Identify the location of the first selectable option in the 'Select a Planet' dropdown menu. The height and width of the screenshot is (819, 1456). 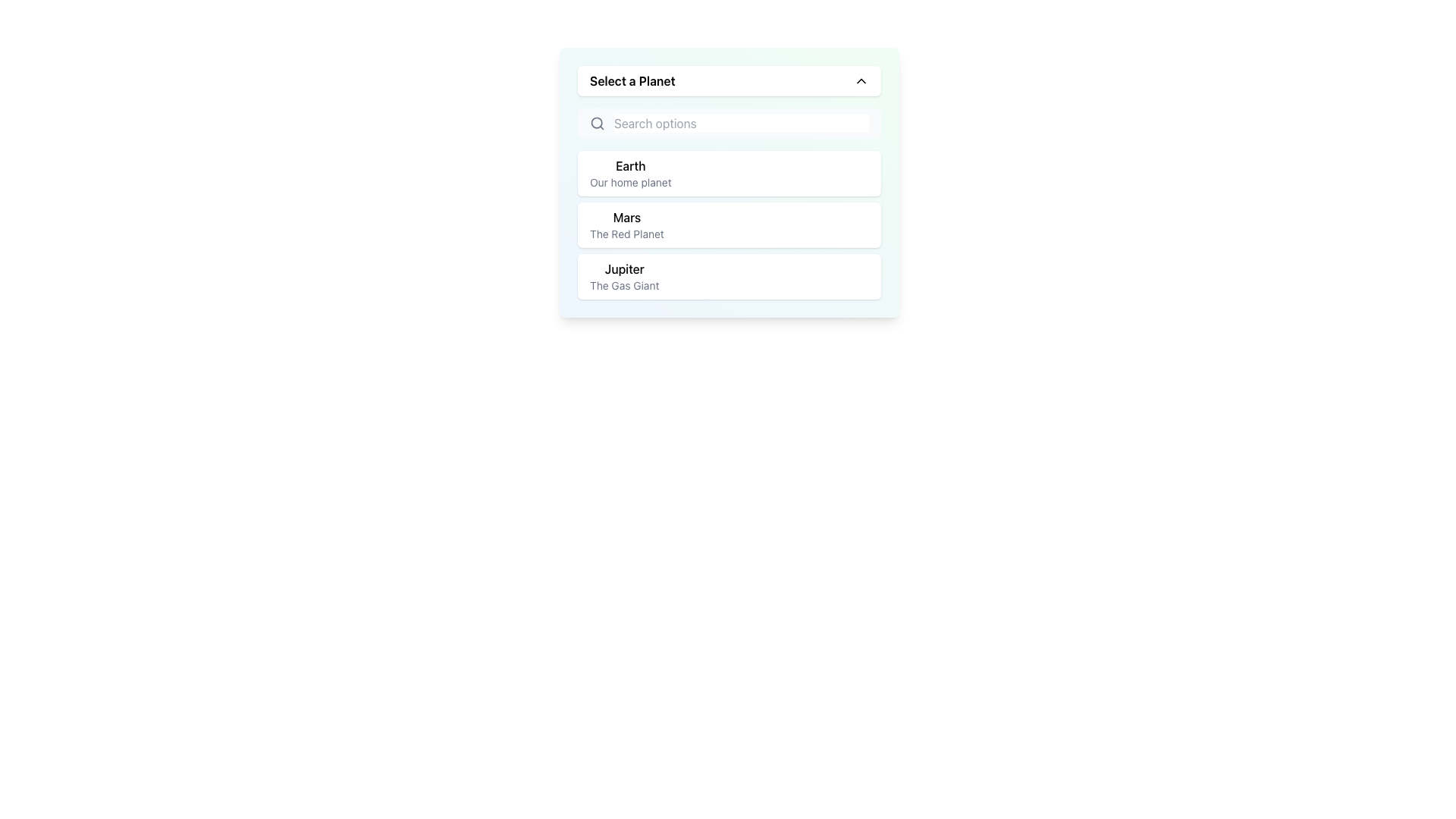
(729, 181).